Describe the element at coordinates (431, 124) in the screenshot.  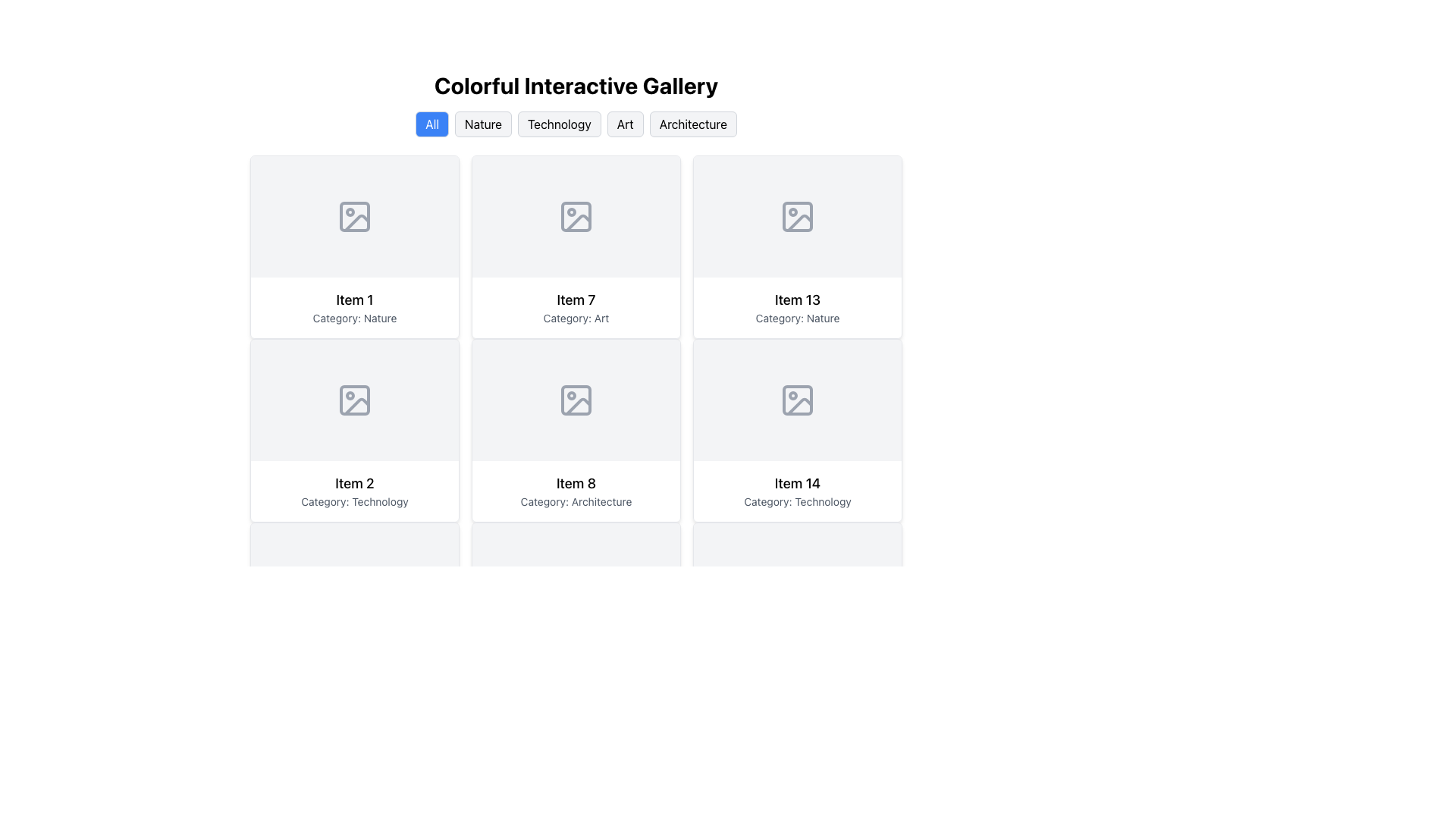
I see `the blue button with white text reading 'All'` at that location.